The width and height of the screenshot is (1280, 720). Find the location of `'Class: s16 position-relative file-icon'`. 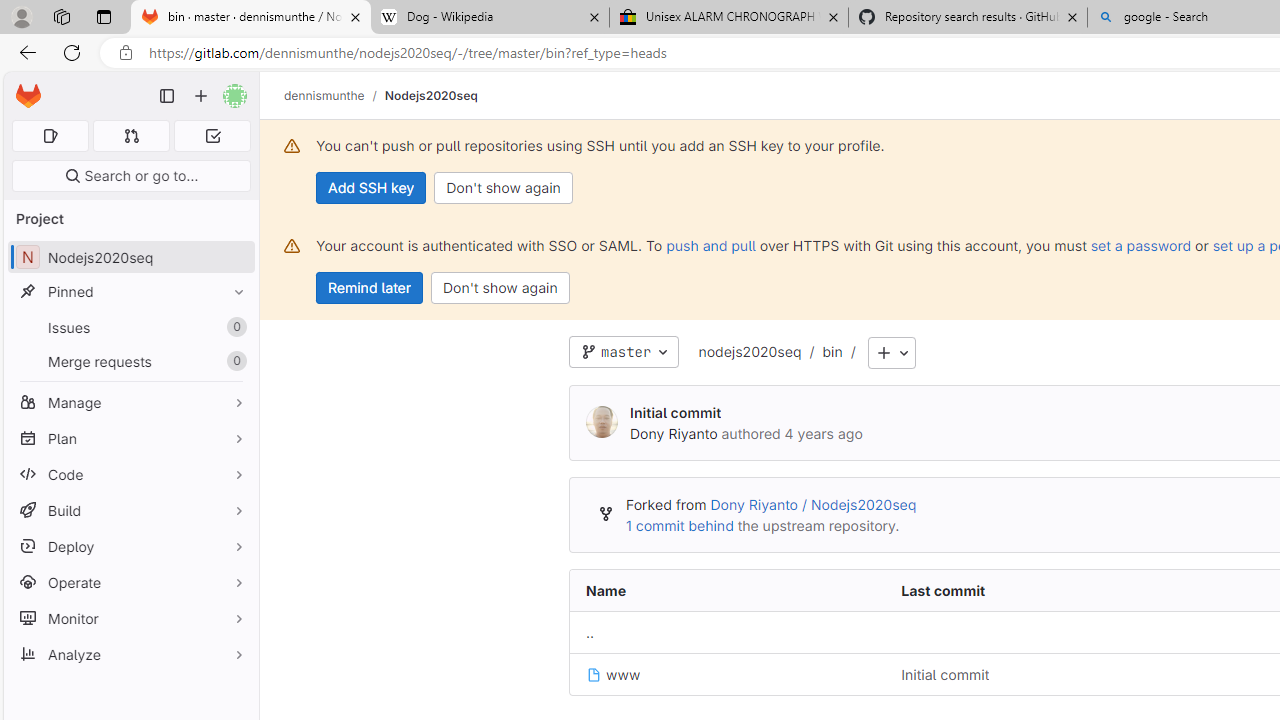

'Class: s16 position-relative file-icon' is located at coordinates (592, 675).